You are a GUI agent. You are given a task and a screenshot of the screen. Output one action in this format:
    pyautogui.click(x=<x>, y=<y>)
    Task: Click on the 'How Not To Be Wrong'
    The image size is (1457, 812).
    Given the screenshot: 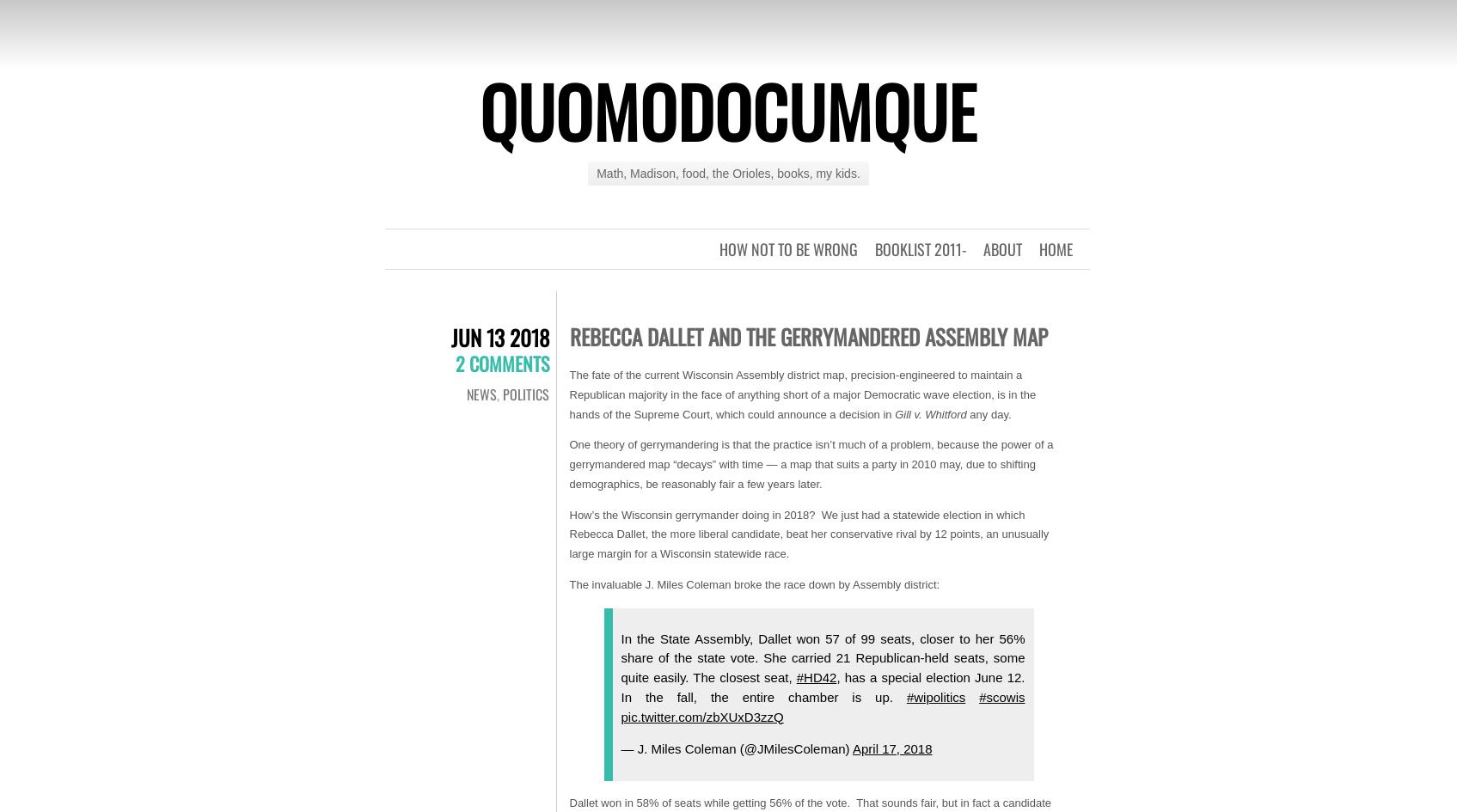 What is the action you would take?
    pyautogui.click(x=787, y=249)
    